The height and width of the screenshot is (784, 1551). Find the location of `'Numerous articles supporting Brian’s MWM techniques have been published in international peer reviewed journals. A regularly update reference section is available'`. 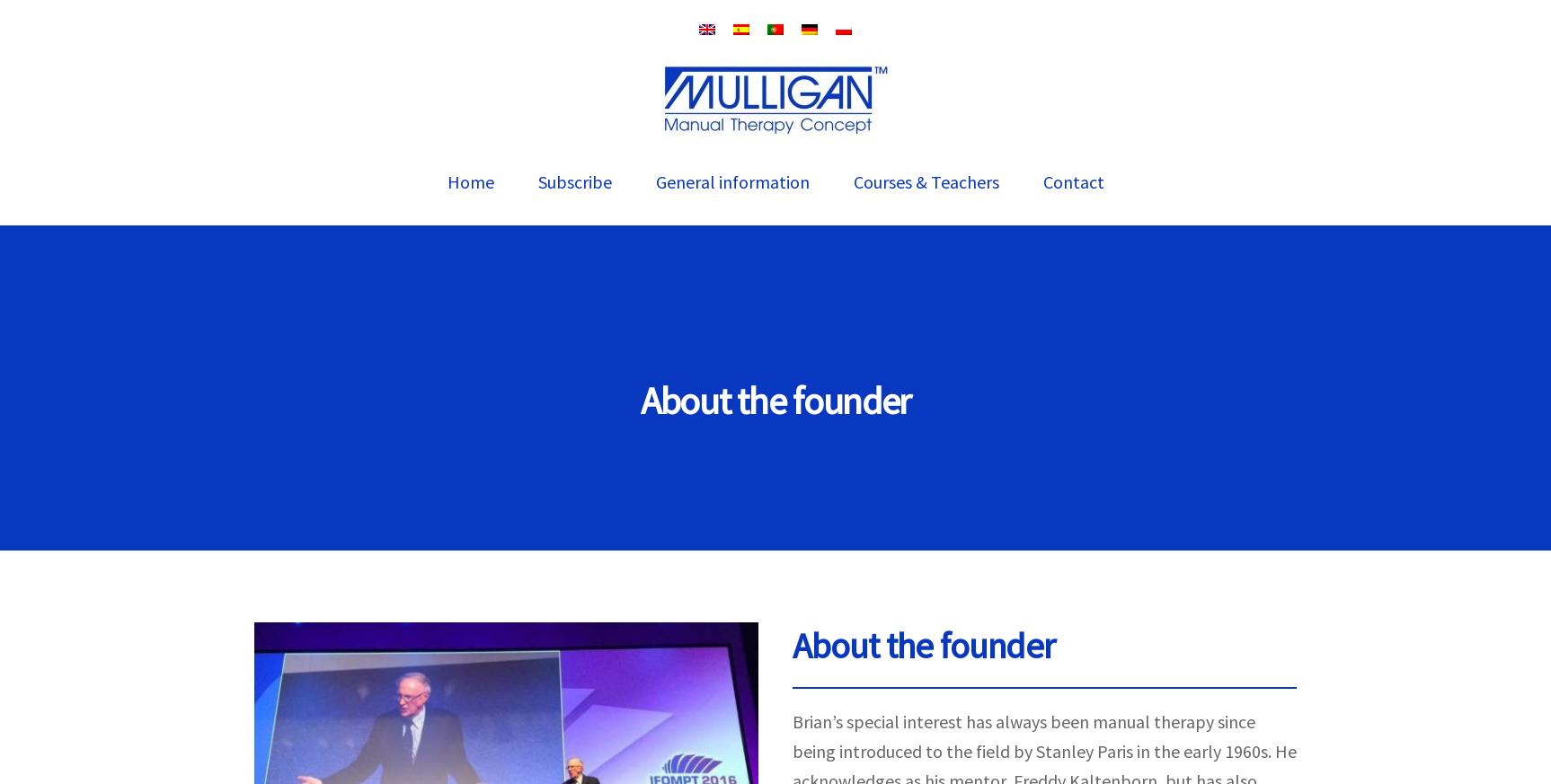

'Numerous articles supporting Brian’s MWM techniques have been published in international peer reviewed journals. A regularly update reference section is available' is located at coordinates (791, 124).